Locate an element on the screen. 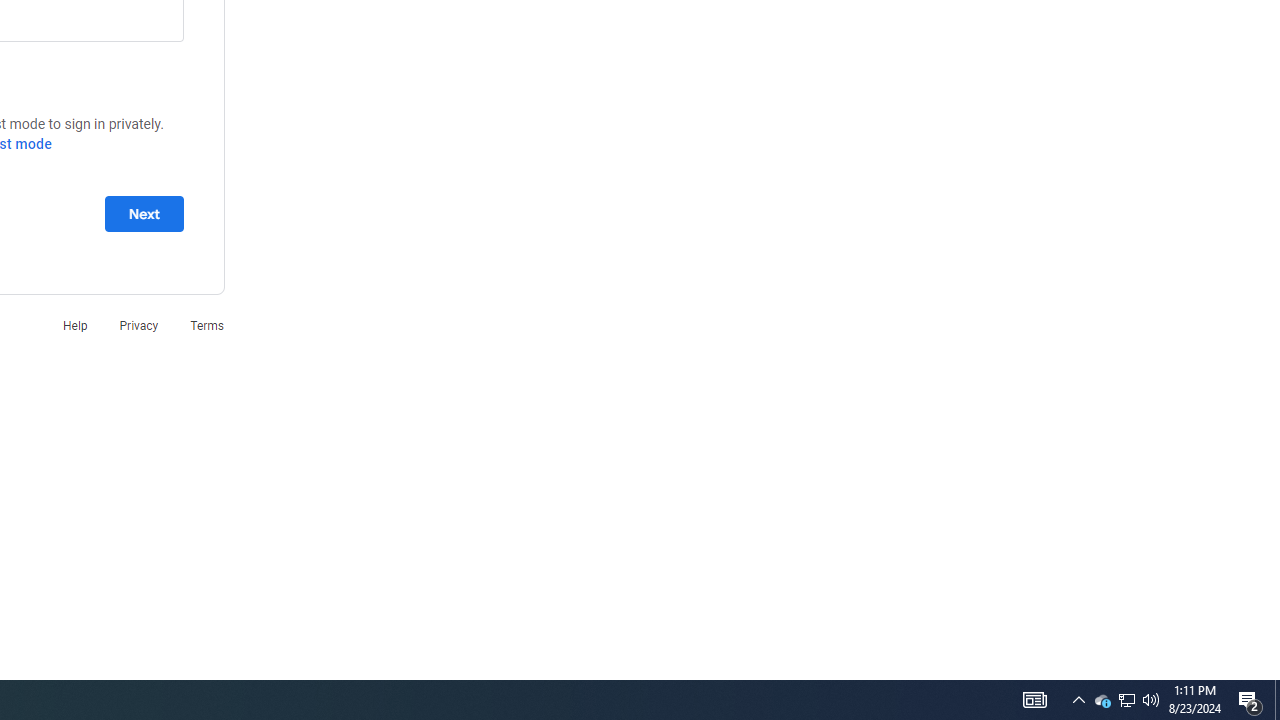 This screenshot has height=720, width=1280. 'AutomationID: 4105' is located at coordinates (1034, 698).